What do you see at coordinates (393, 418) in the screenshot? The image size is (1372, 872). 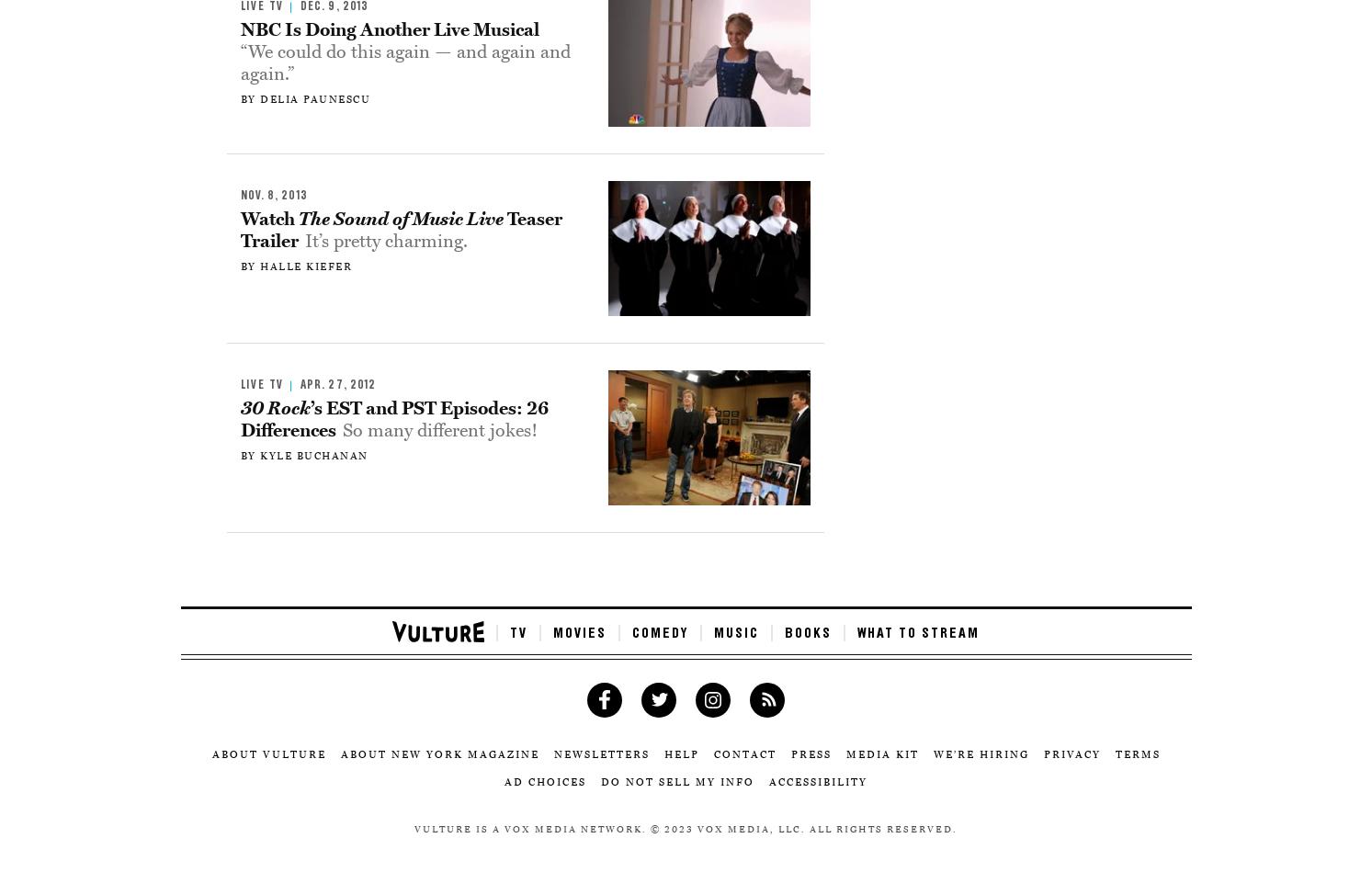 I see `'’s EST and PST Episodes: 26 Differences'` at bounding box center [393, 418].